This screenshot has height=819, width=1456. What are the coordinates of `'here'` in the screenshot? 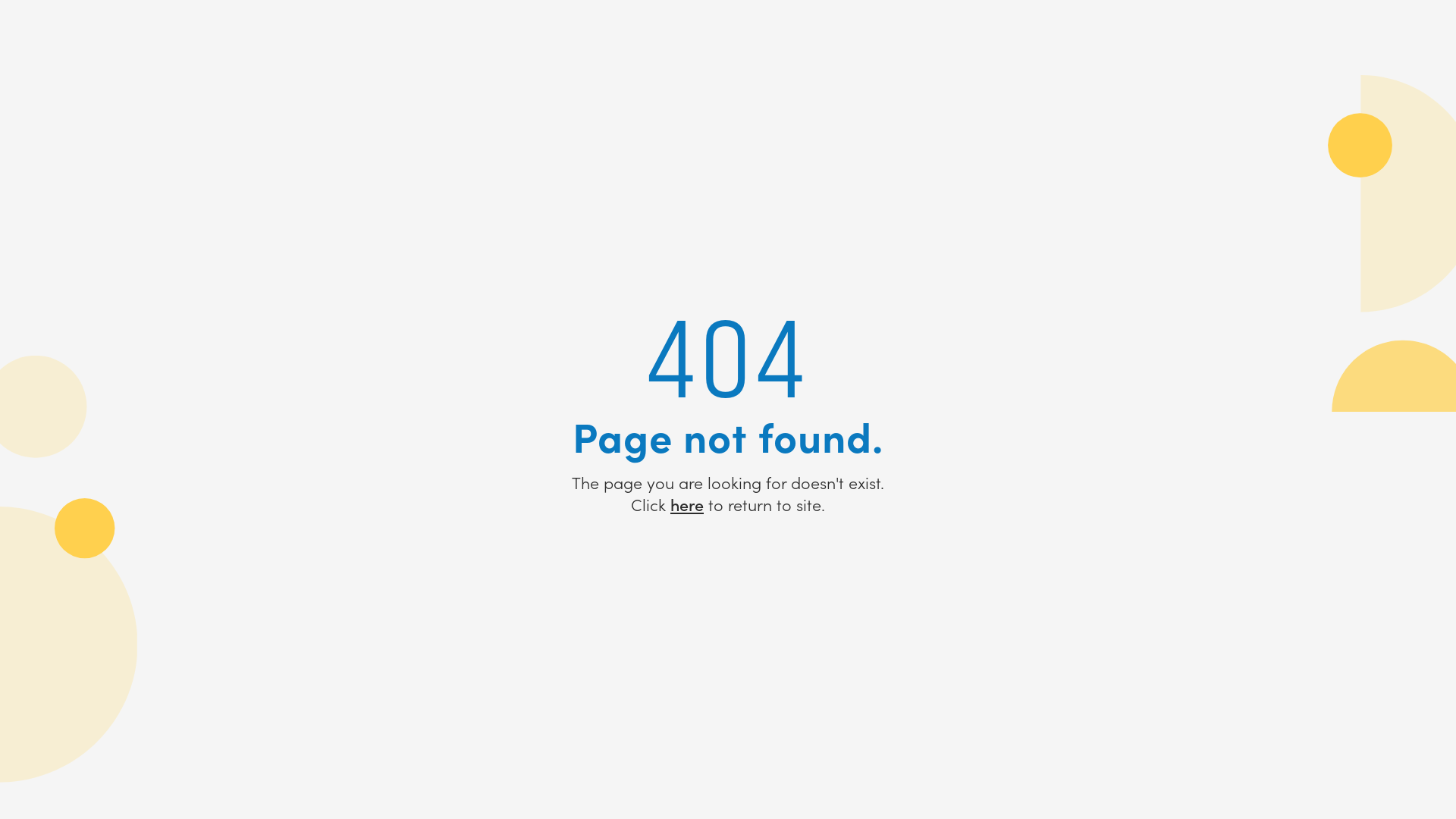 It's located at (686, 504).